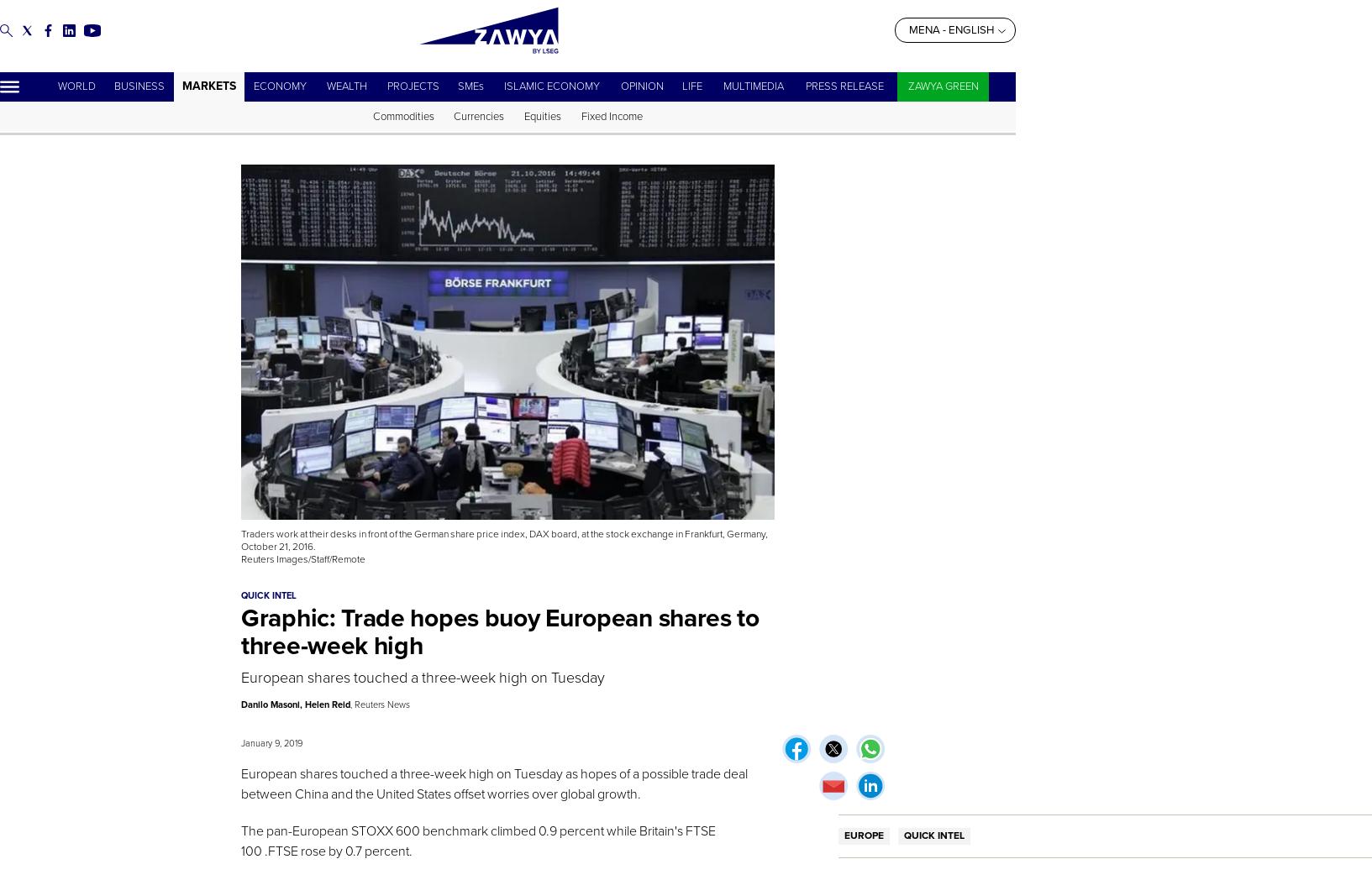  Describe the element at coordinates (303, 559) in the screenshot. I see `'Reuters Images/Staff/Remote'` at that location.